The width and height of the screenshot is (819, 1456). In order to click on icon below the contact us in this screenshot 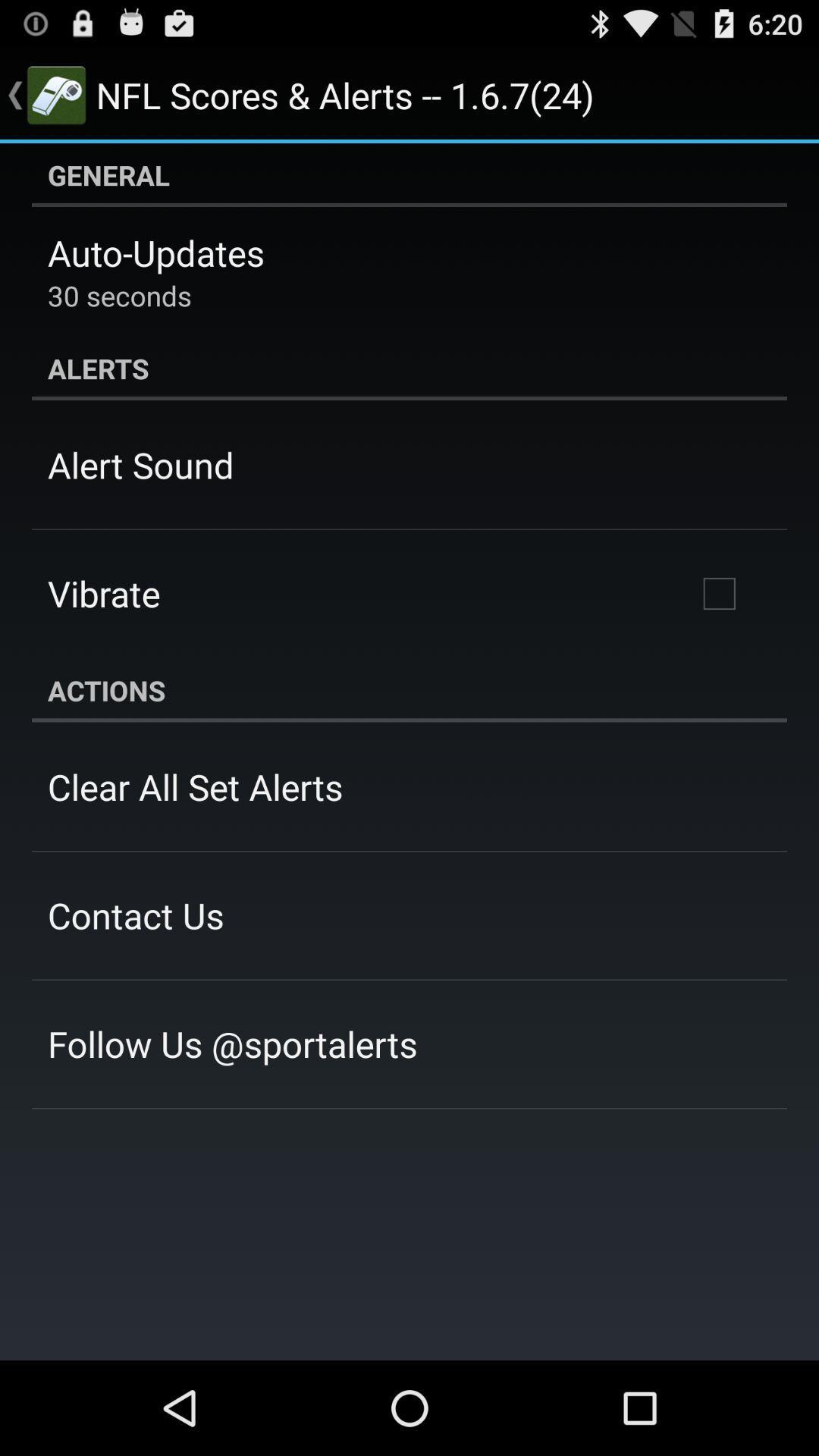, I will do `click(232, 1043)`.